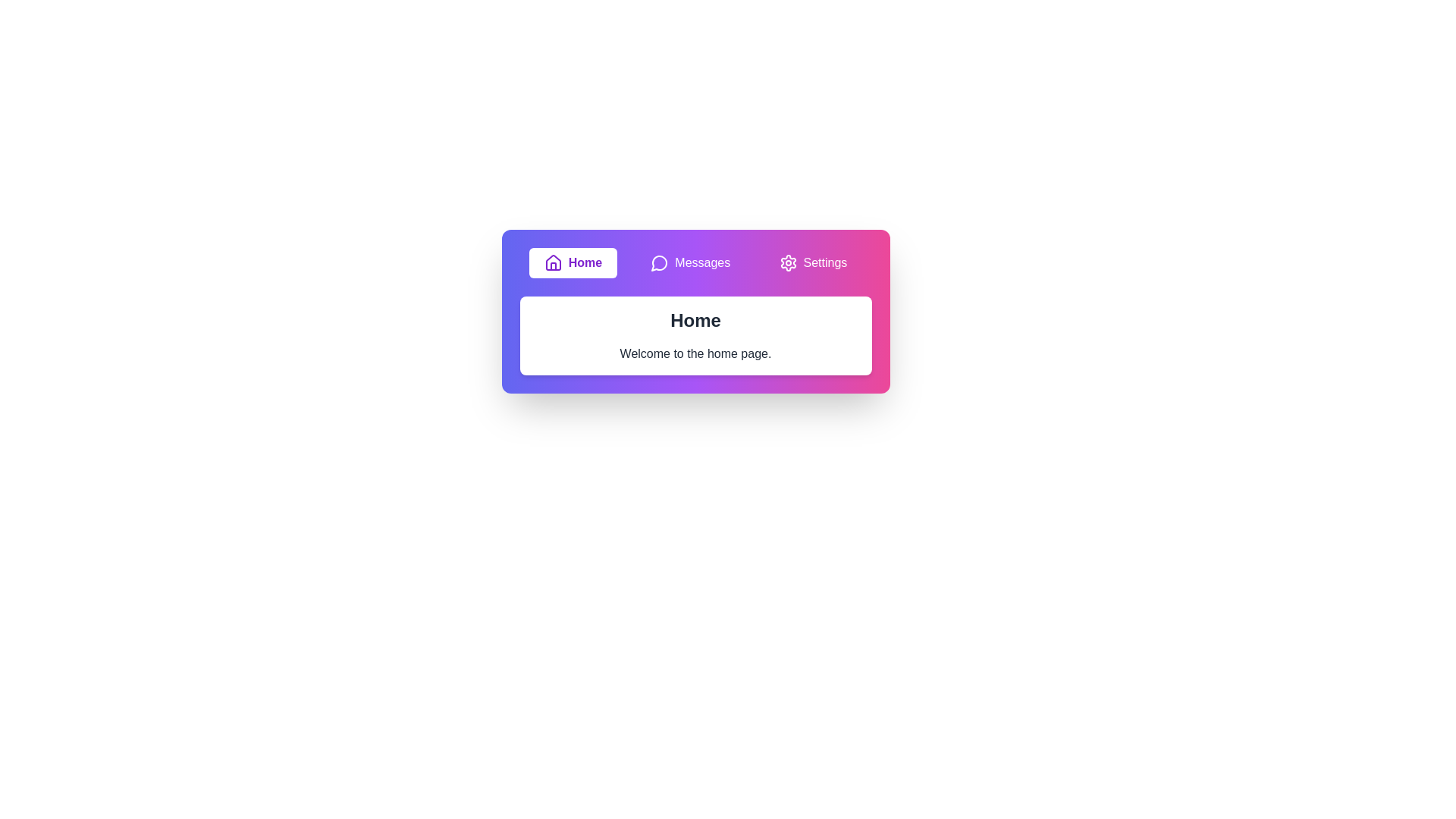  Describe the element at coordinates (689, 262) in the screenshot. I see `the navigational button located in the middle of the three buttons in the horizontal navigation bar` at that location.